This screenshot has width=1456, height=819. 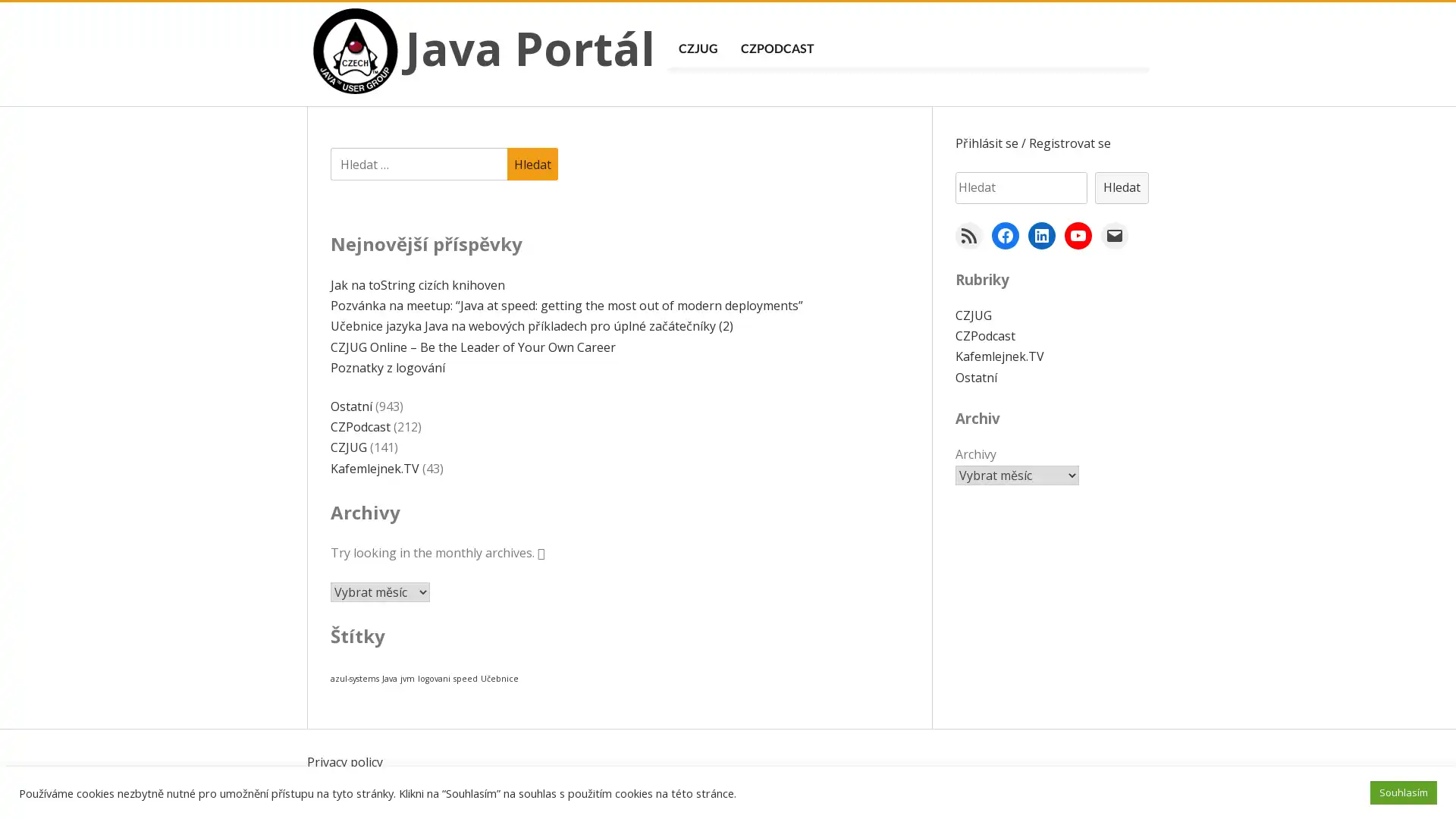 What do you see at coordinates (1403, 792) in the screenshot?
I see `Souhlasim` at bounding box center [1403, 792].